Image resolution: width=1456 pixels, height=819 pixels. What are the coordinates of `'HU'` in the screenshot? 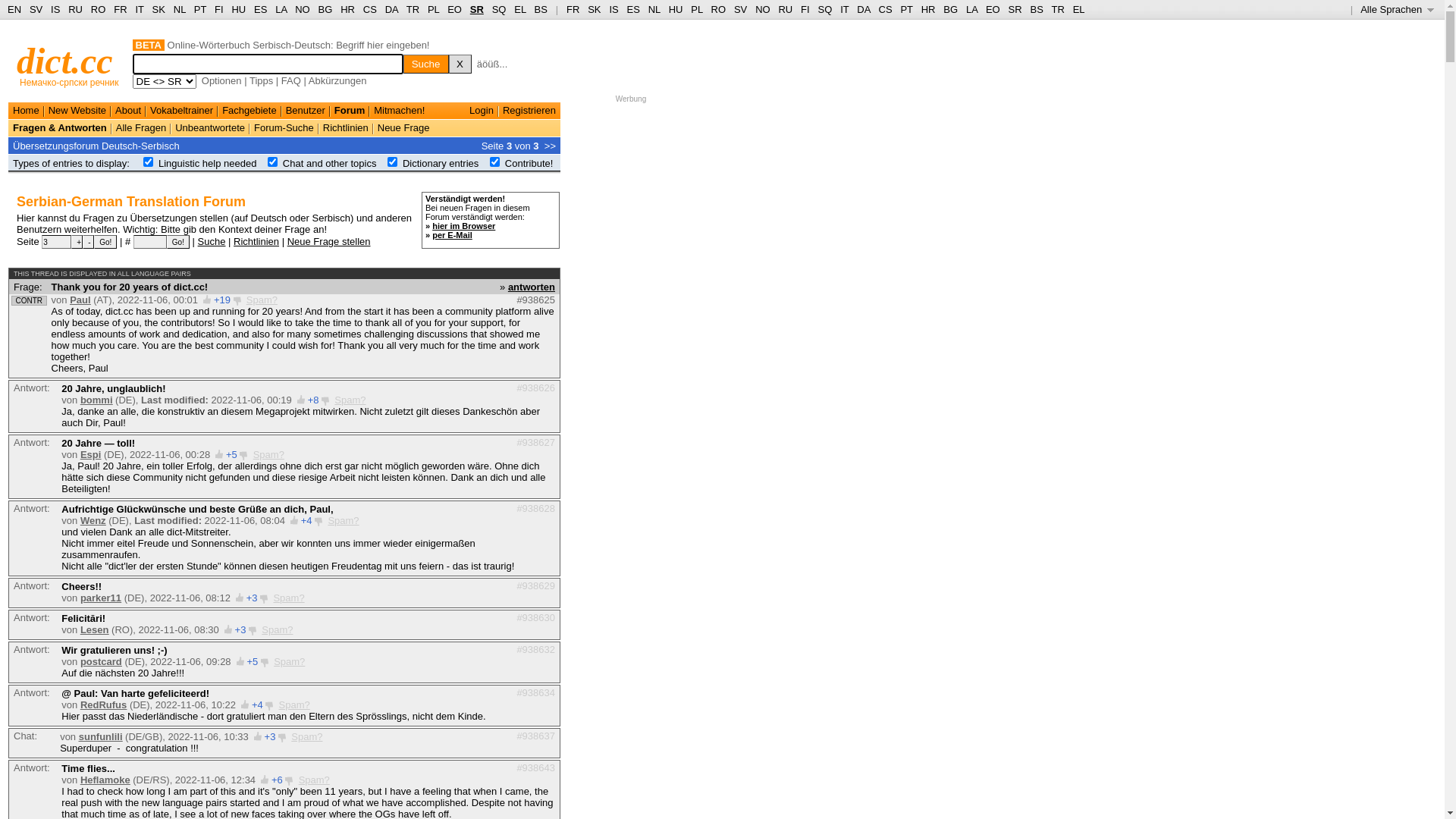 It's located at (675, 9).